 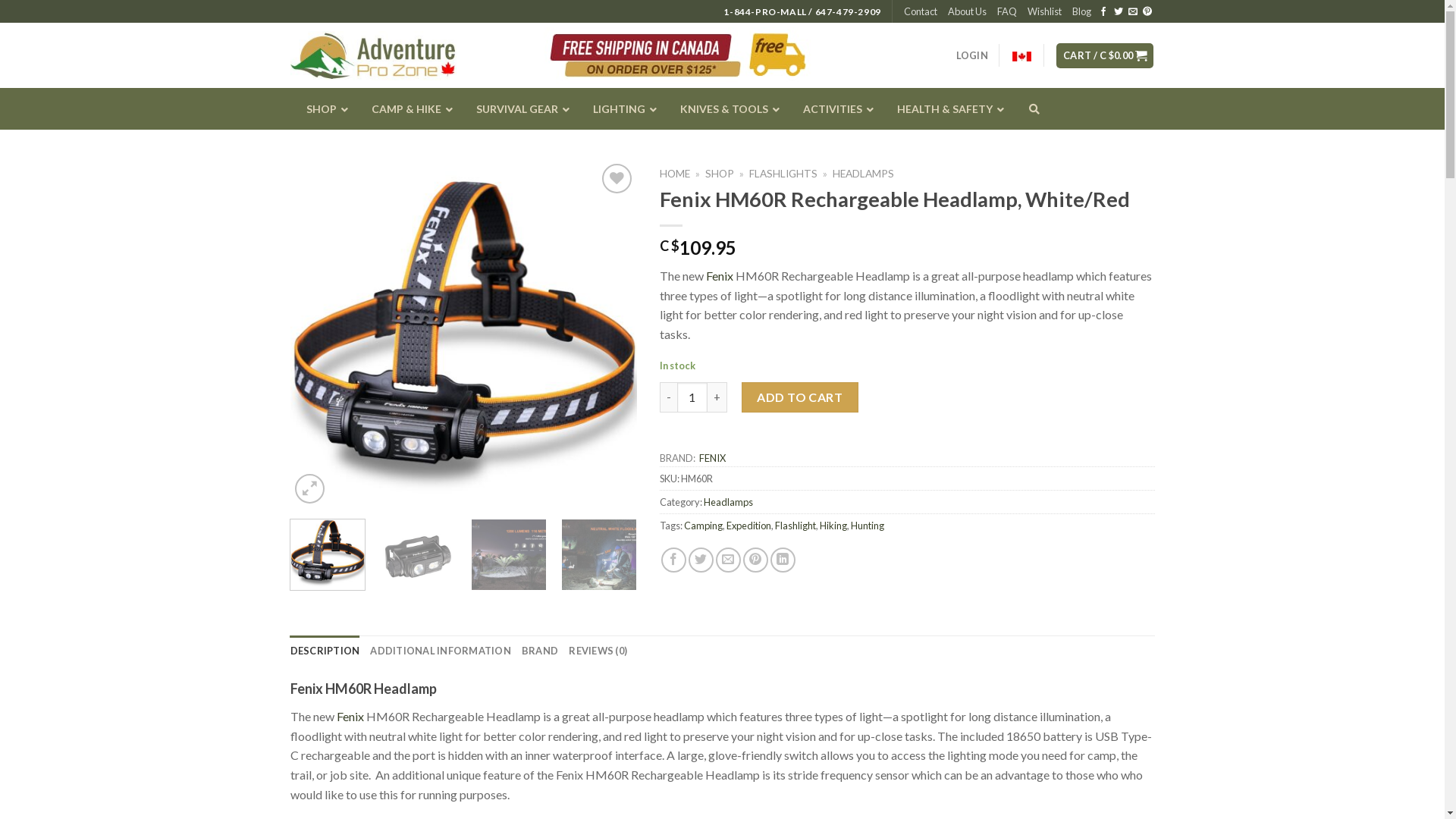 What do you see at coordinates (795, 525) in the screenshot?
I see `'Flashlight'` at bounding box center [795, 525].